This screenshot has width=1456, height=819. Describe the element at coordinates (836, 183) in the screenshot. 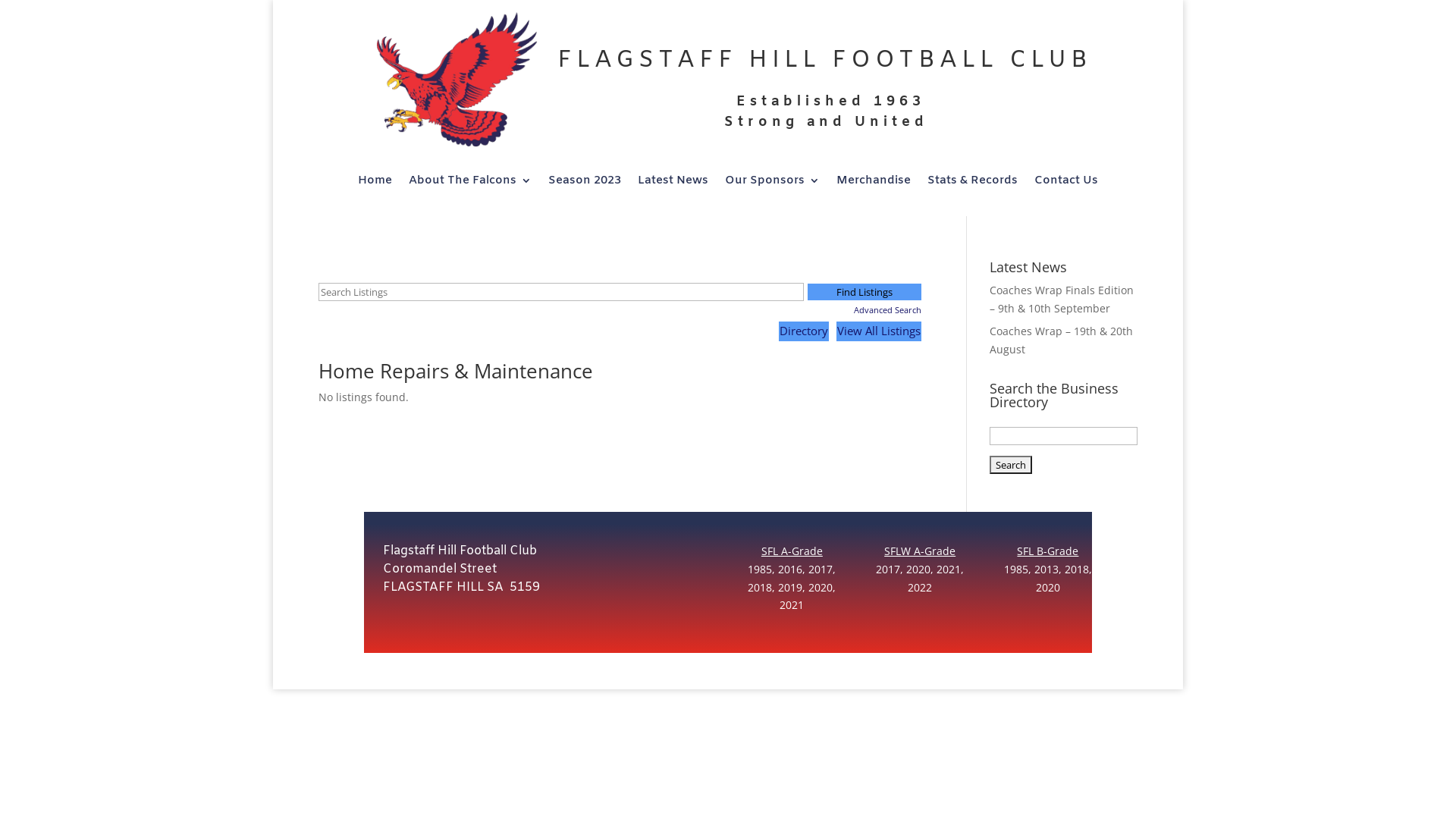

I see `'Merchandise'` at that location.